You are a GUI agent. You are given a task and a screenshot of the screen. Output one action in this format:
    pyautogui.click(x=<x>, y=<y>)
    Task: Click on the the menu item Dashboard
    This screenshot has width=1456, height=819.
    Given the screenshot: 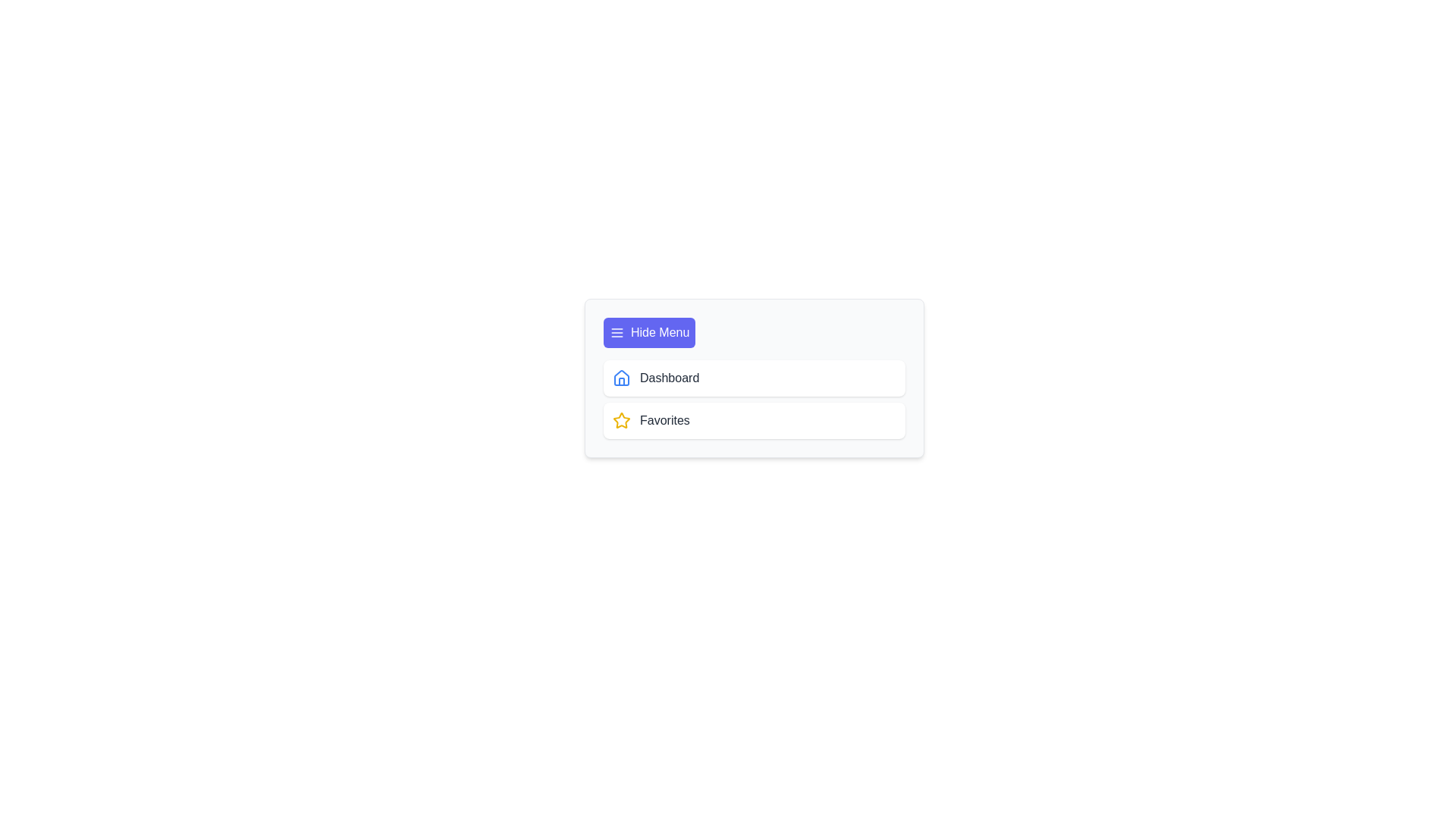 What is the action you would take?
    pyautogui.click(x=754, y=377)
    